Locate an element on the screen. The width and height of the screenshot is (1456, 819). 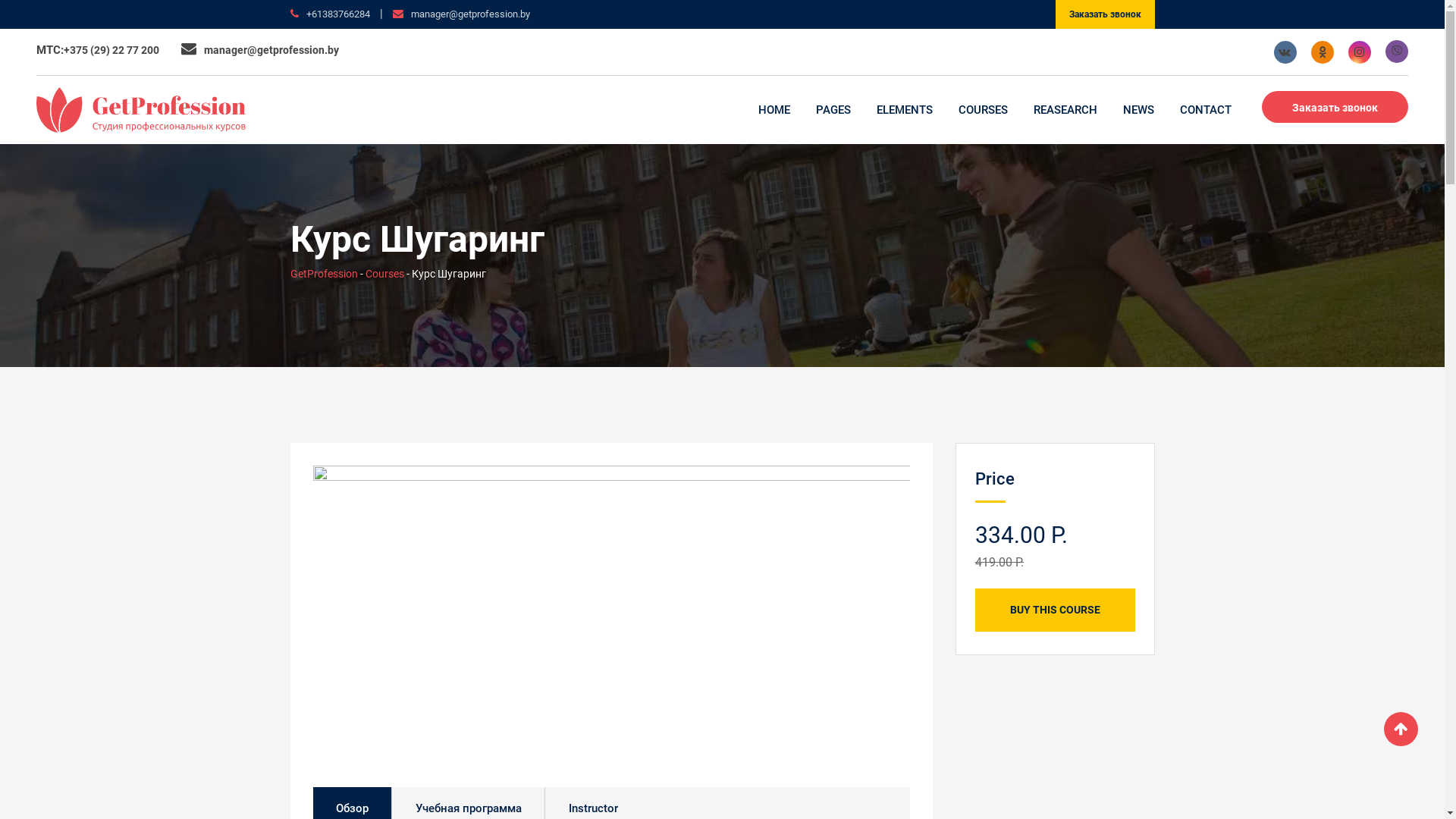
'+375 (29) 22 77 200' is located at coordinates (62, 49).